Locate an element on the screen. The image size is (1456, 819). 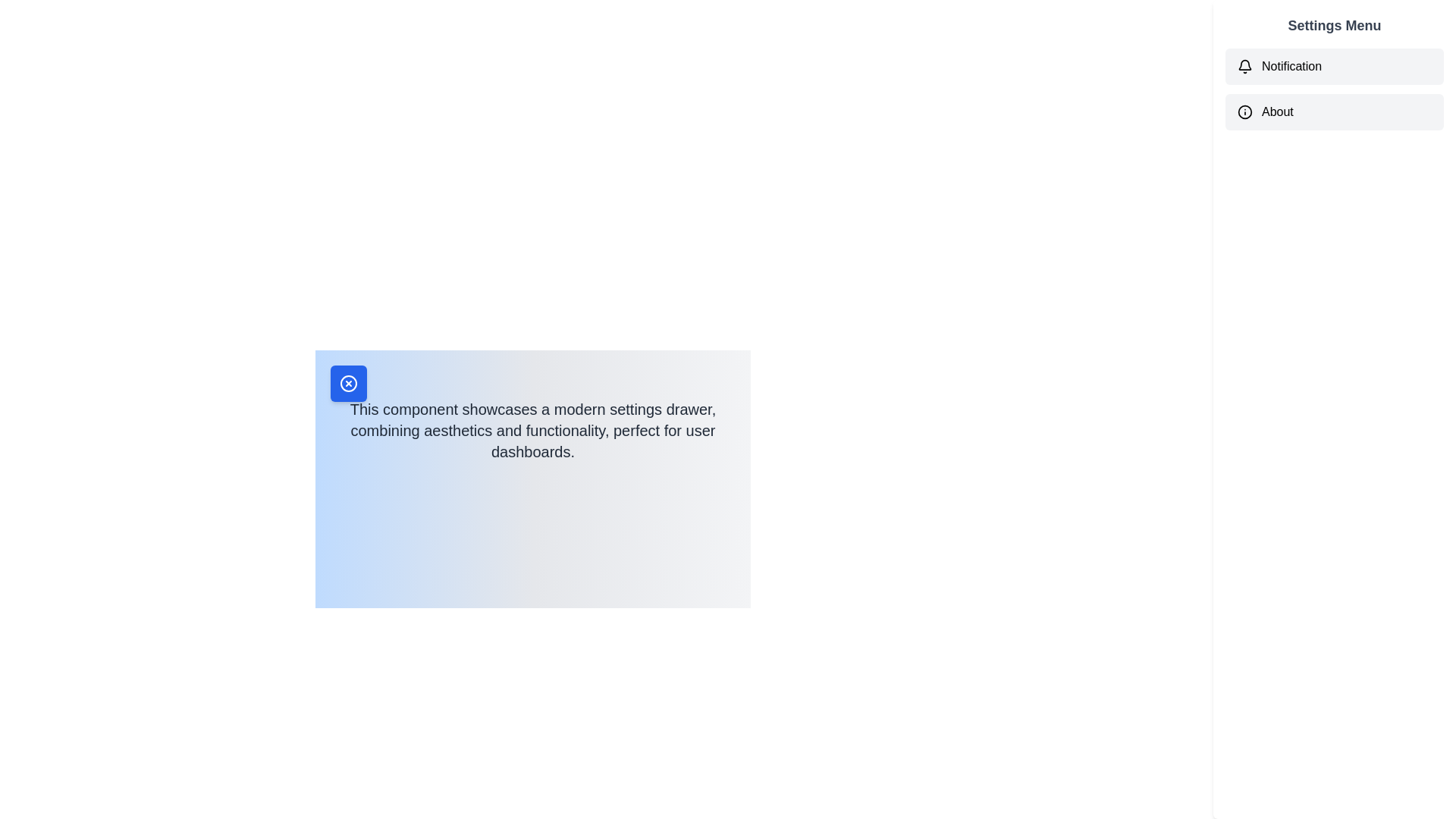
the circular information icon located in the left part of the 'About' section in the Settings Menu is located at coordinates (1244, 111).